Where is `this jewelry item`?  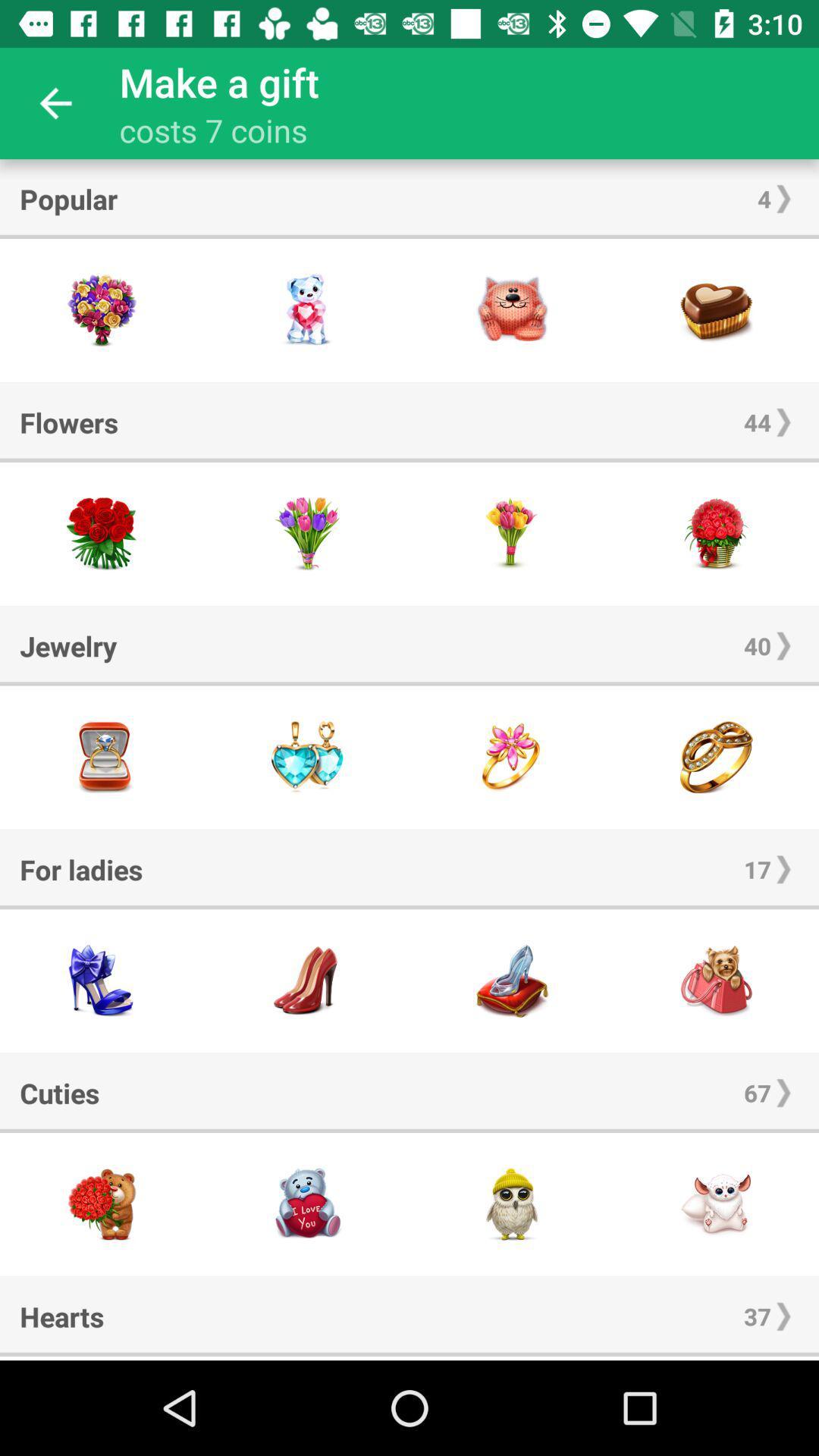
this jewelry item is located at coordinates (307, 757).